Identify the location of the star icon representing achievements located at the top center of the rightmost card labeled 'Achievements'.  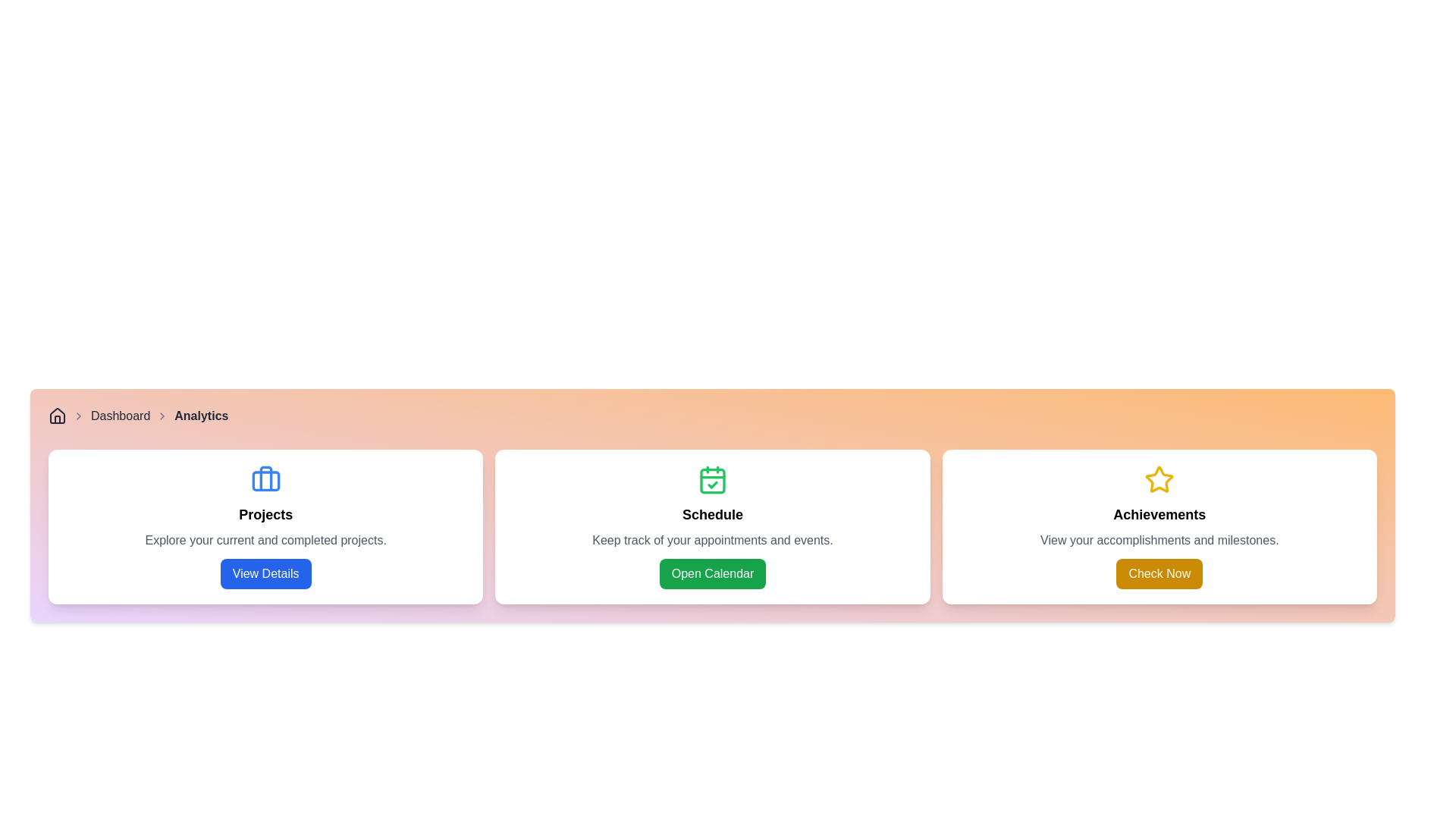
(1159, 479).